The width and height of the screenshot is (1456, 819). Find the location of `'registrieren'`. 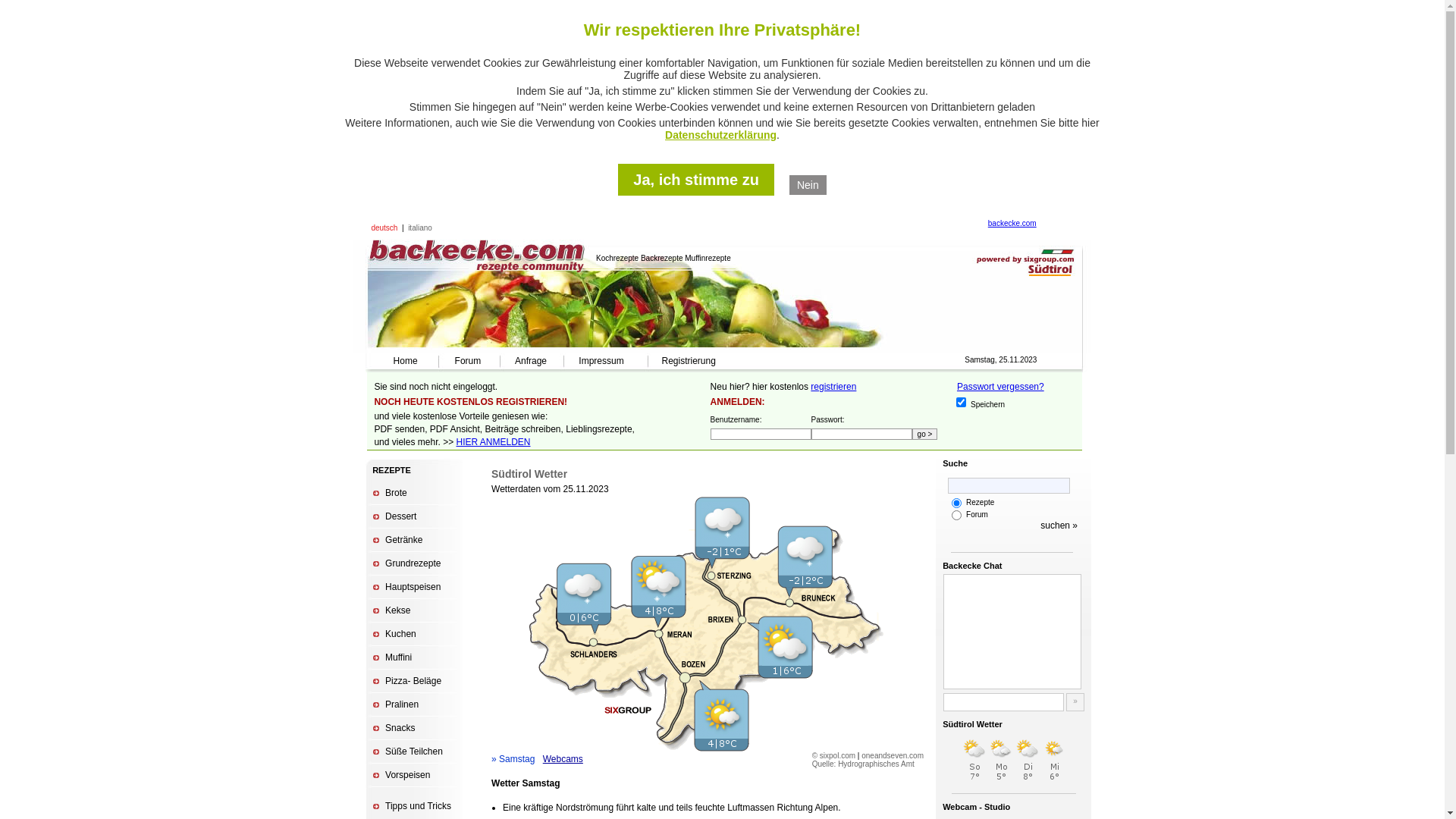

'registrieren' is located at coordinates (833, 385).